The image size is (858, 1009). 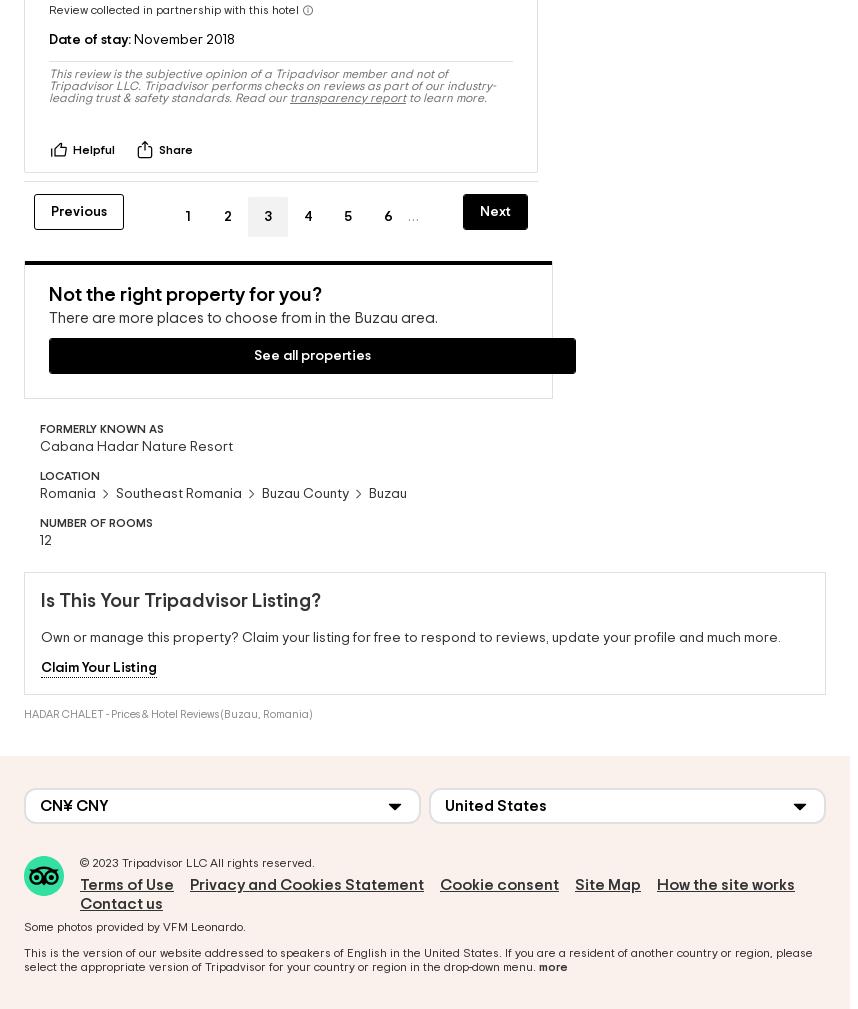 I want to click on 'This is the version of our website addressed to speakers of', so click(x=185, y=947).